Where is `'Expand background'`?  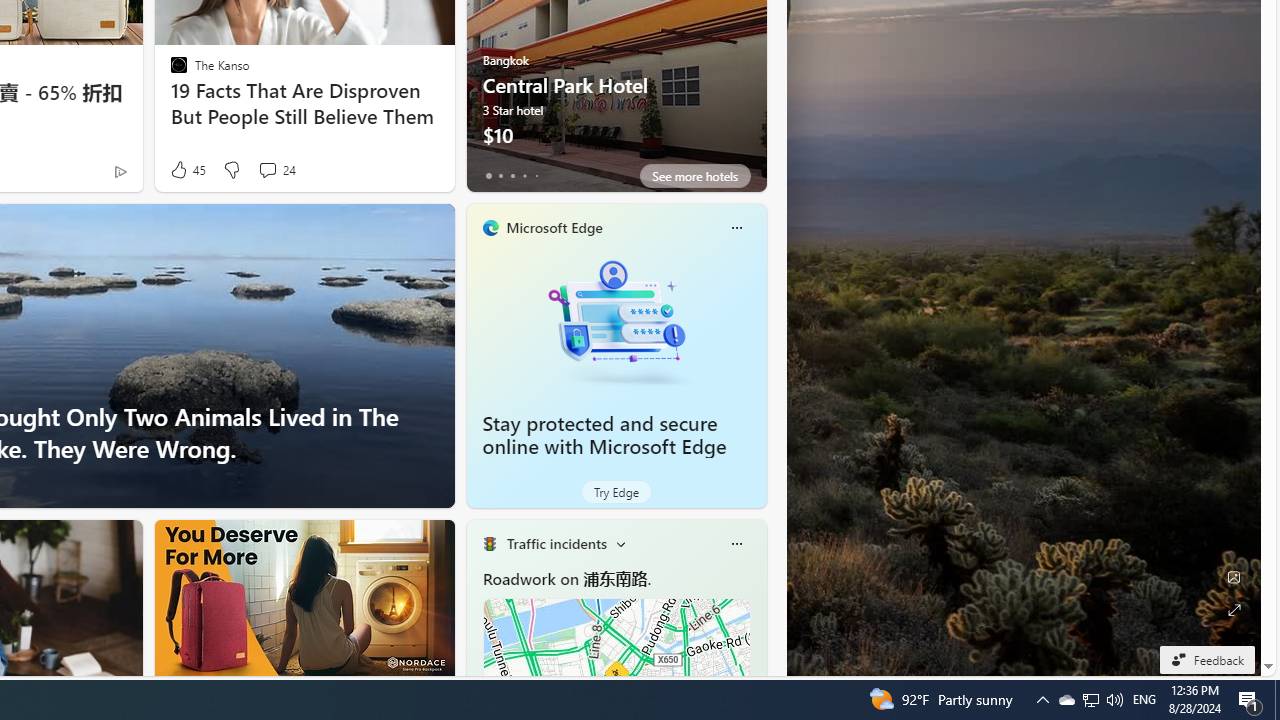 'Expand background' is located at coordinates (1232, 609).